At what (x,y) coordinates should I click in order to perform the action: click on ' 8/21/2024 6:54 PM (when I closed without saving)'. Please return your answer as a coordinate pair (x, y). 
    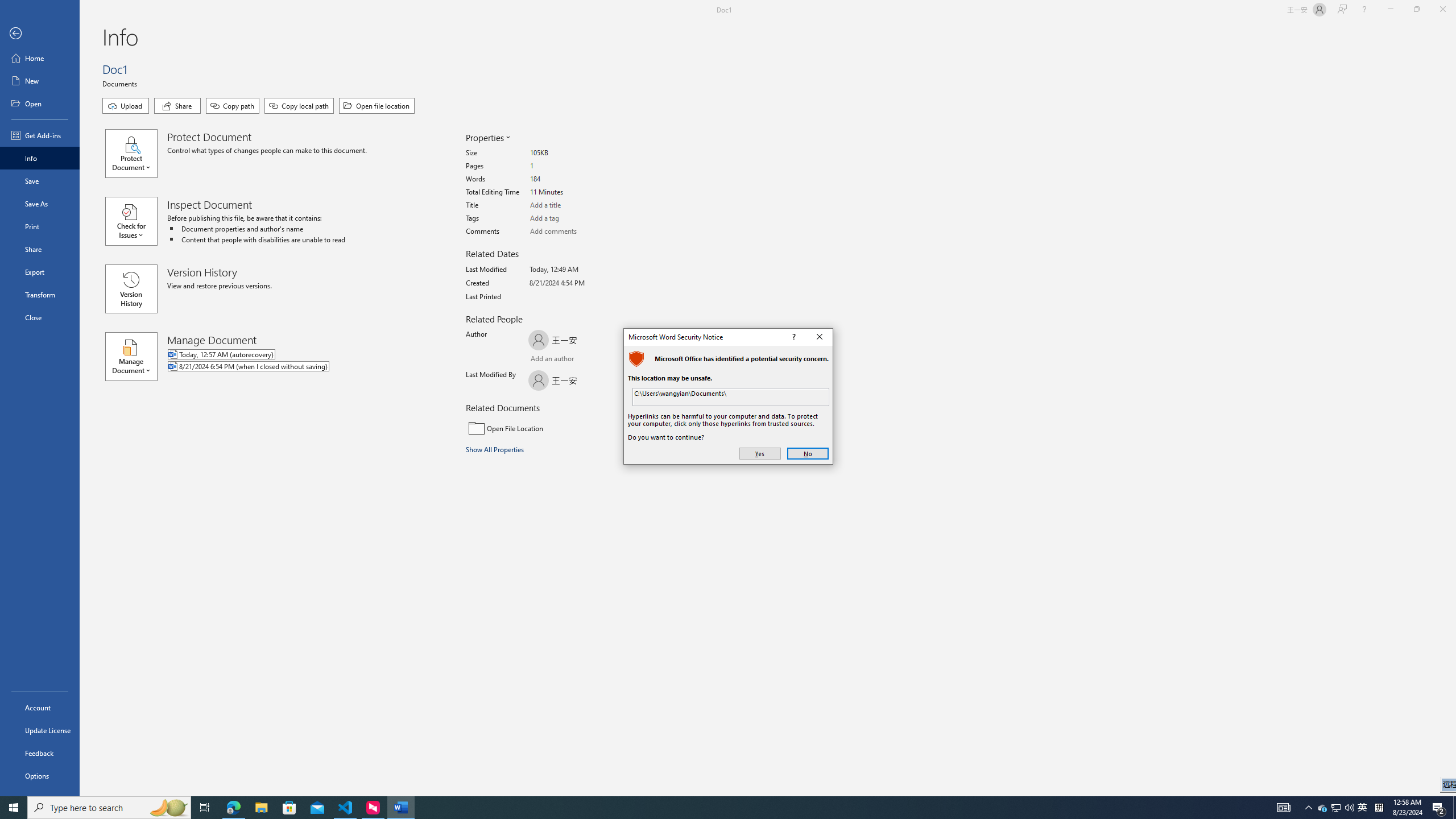
    Looking at the image, I should click on (295, 366).